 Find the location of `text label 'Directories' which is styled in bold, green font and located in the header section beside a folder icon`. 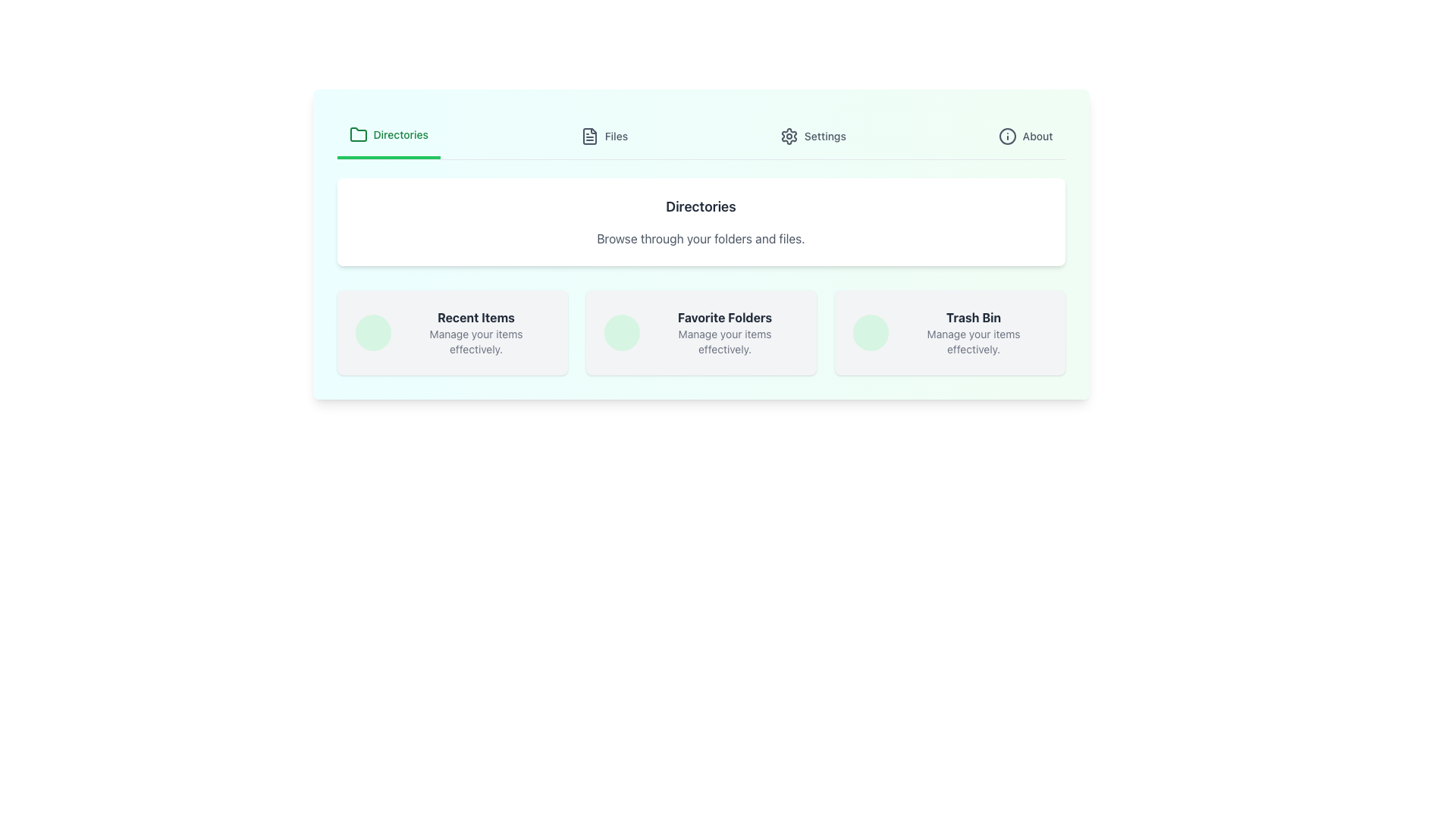

text label 'Directories' which is styled in bold, green font and located in the header section beside a folder icon is located at coordinates (400, 133).